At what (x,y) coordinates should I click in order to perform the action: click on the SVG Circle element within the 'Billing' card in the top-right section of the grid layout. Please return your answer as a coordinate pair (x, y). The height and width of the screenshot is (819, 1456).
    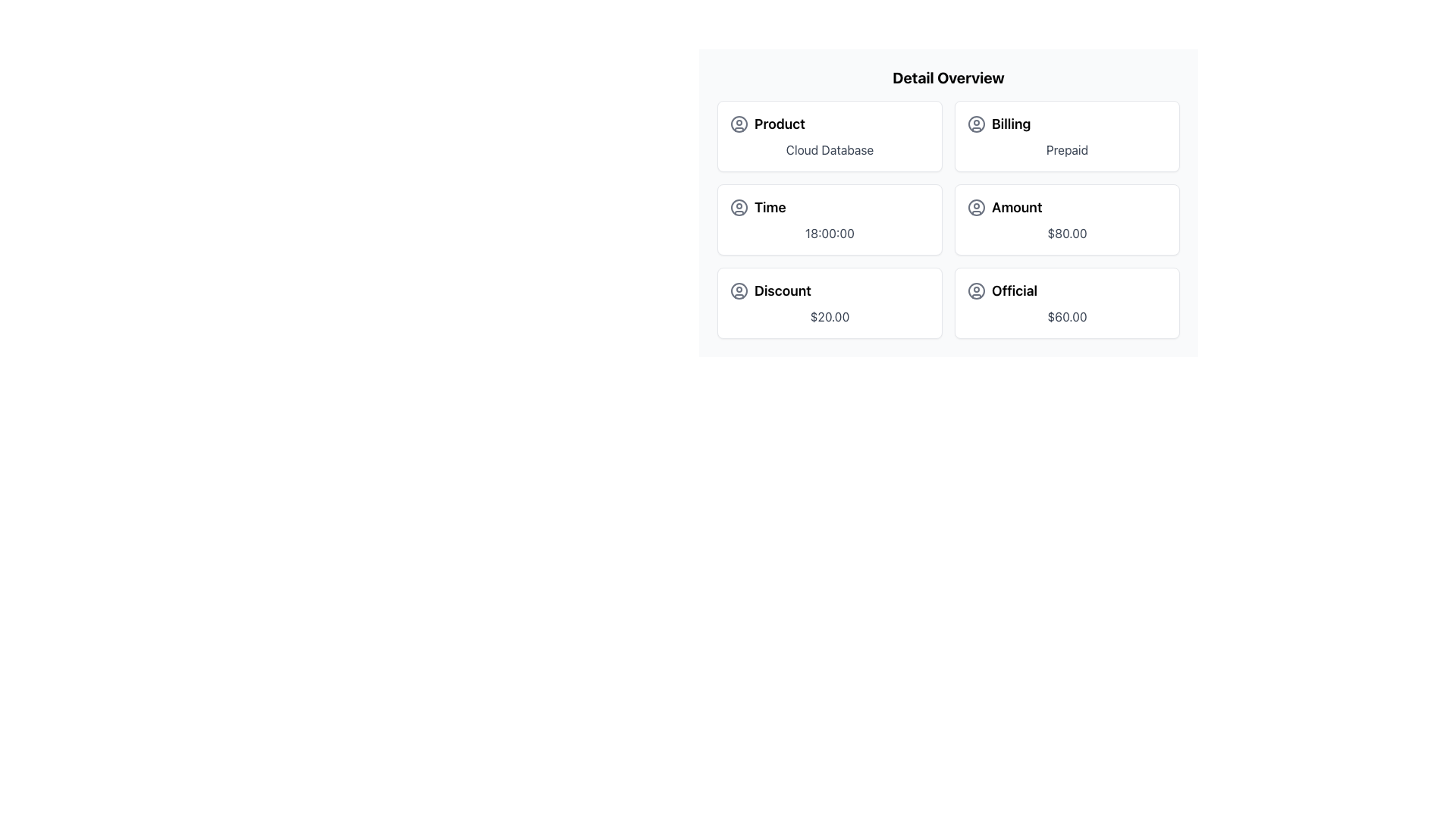
    Looking at the image, I should click on (976, 124).